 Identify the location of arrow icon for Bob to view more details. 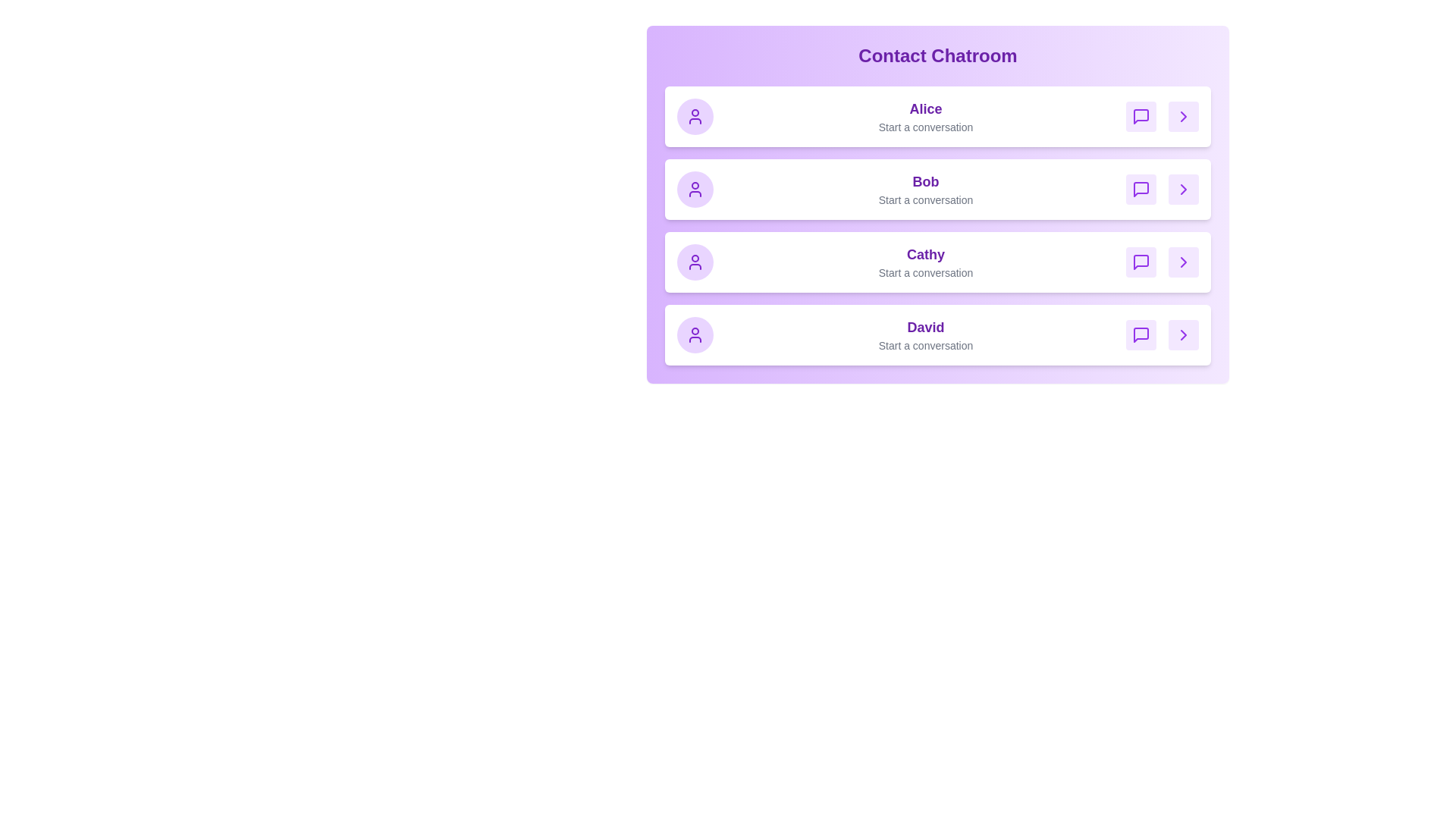
(1182, 189).